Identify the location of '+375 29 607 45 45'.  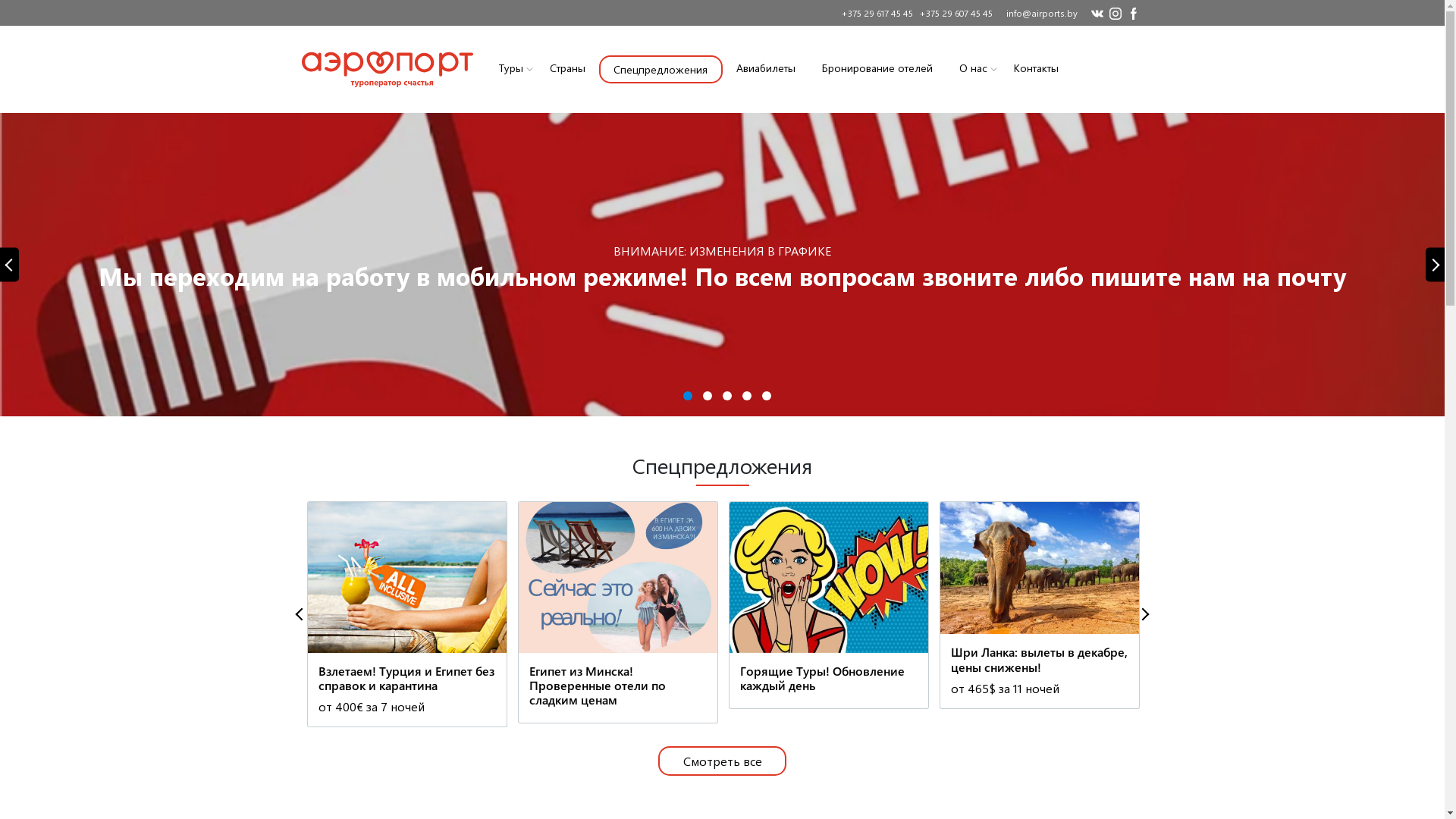
(952, 12).